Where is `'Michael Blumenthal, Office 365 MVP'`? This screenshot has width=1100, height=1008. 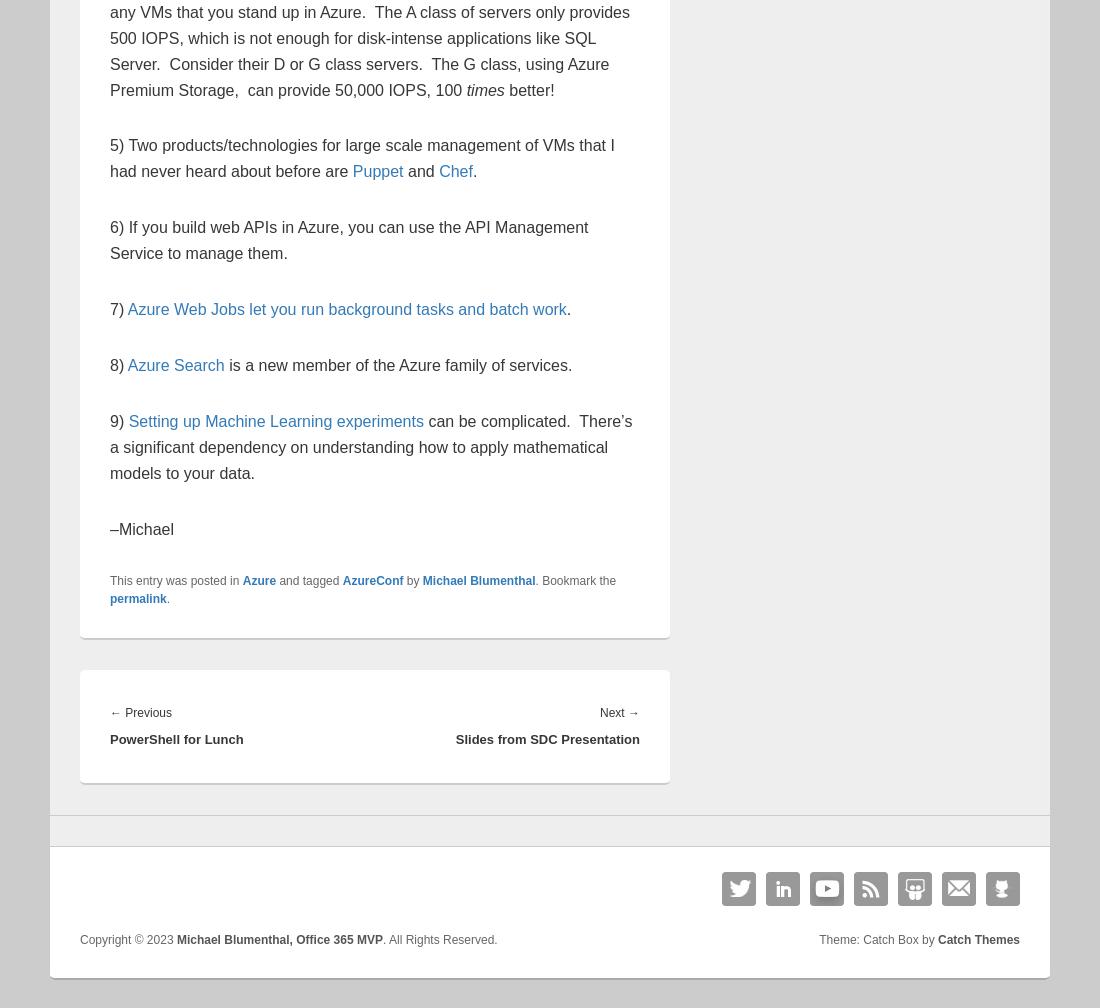 'Michael Blumenthal, Office 365 MVP' is located at coordinates (277, 939).